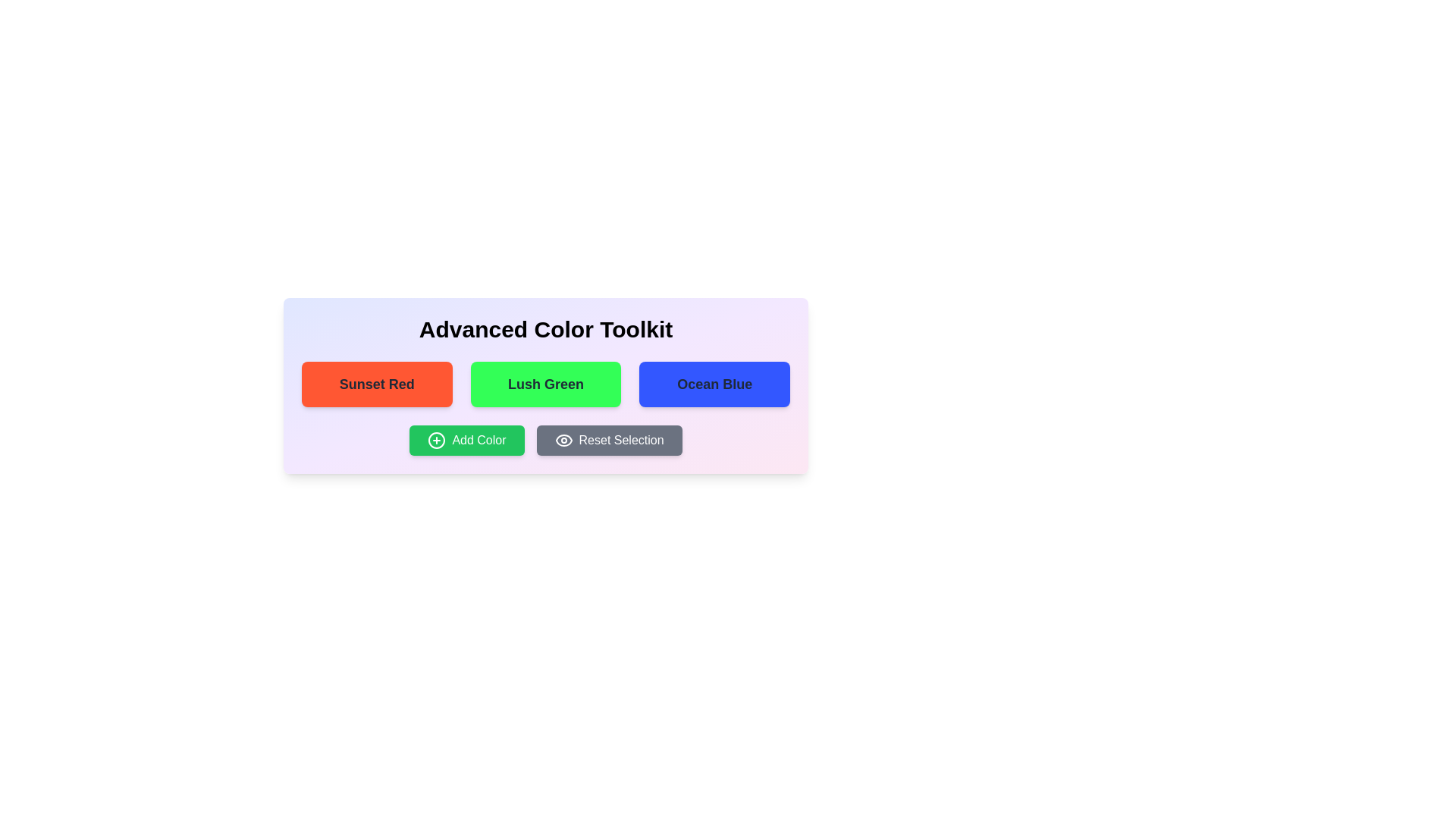  What do you see at coordinates (466, 441) in the screenshot?
I see `the 'Add Color' button` at bounding box center [466, 441].